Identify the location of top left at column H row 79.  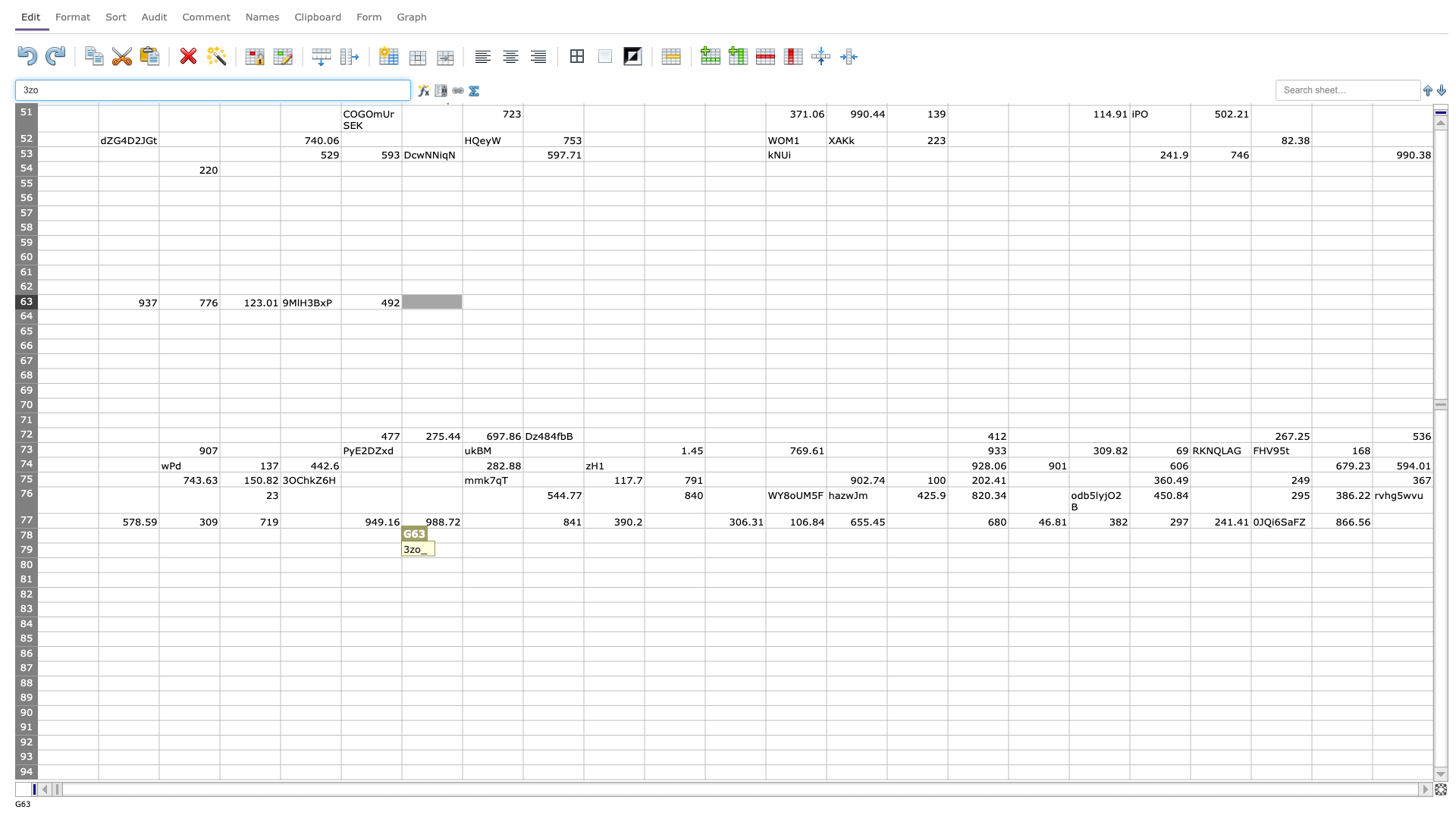
(461, 542).